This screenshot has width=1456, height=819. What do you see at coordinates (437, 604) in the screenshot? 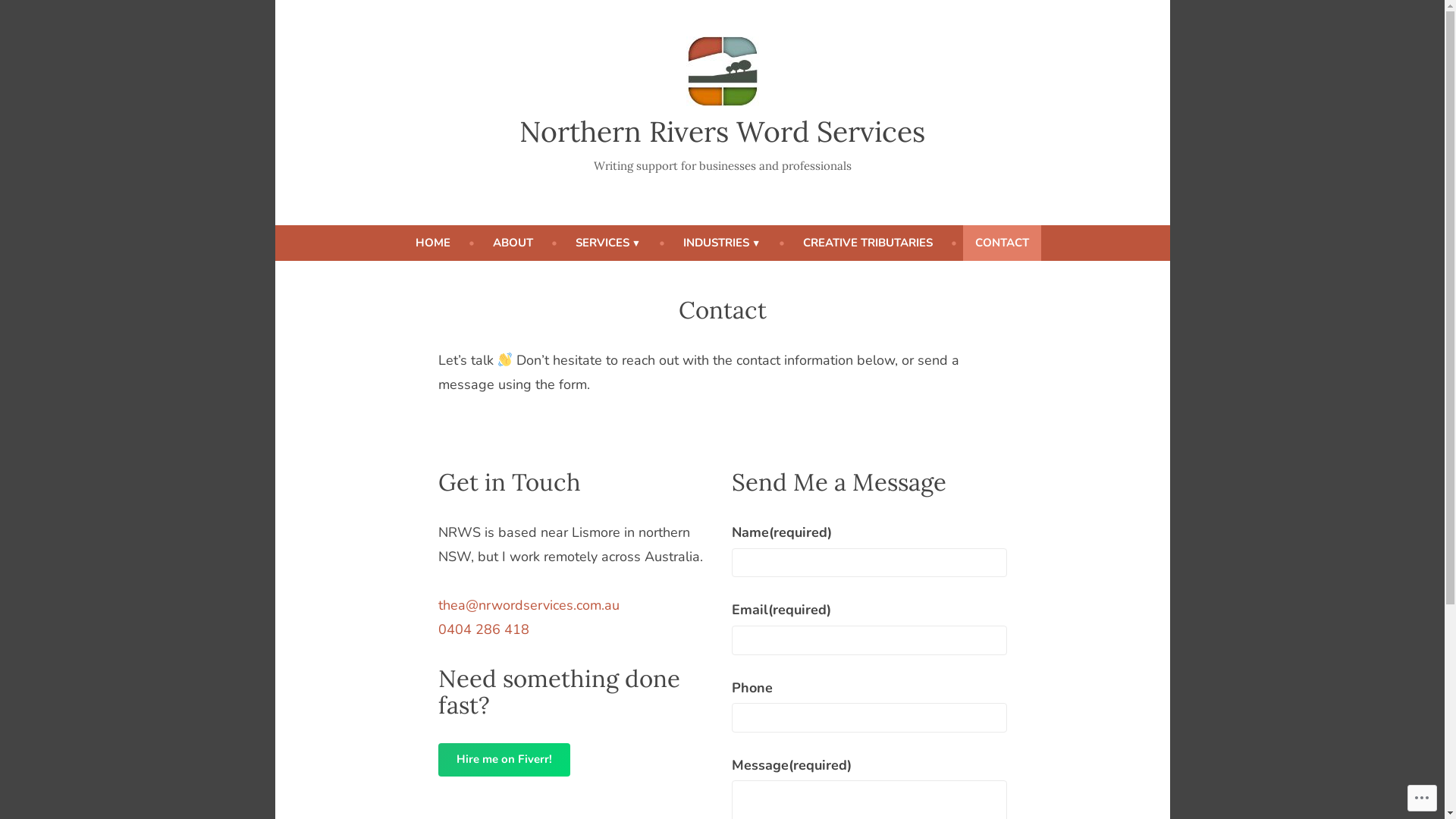
I see `'thea@nrwordservices.com.au'` at bounding box center [437, 604].